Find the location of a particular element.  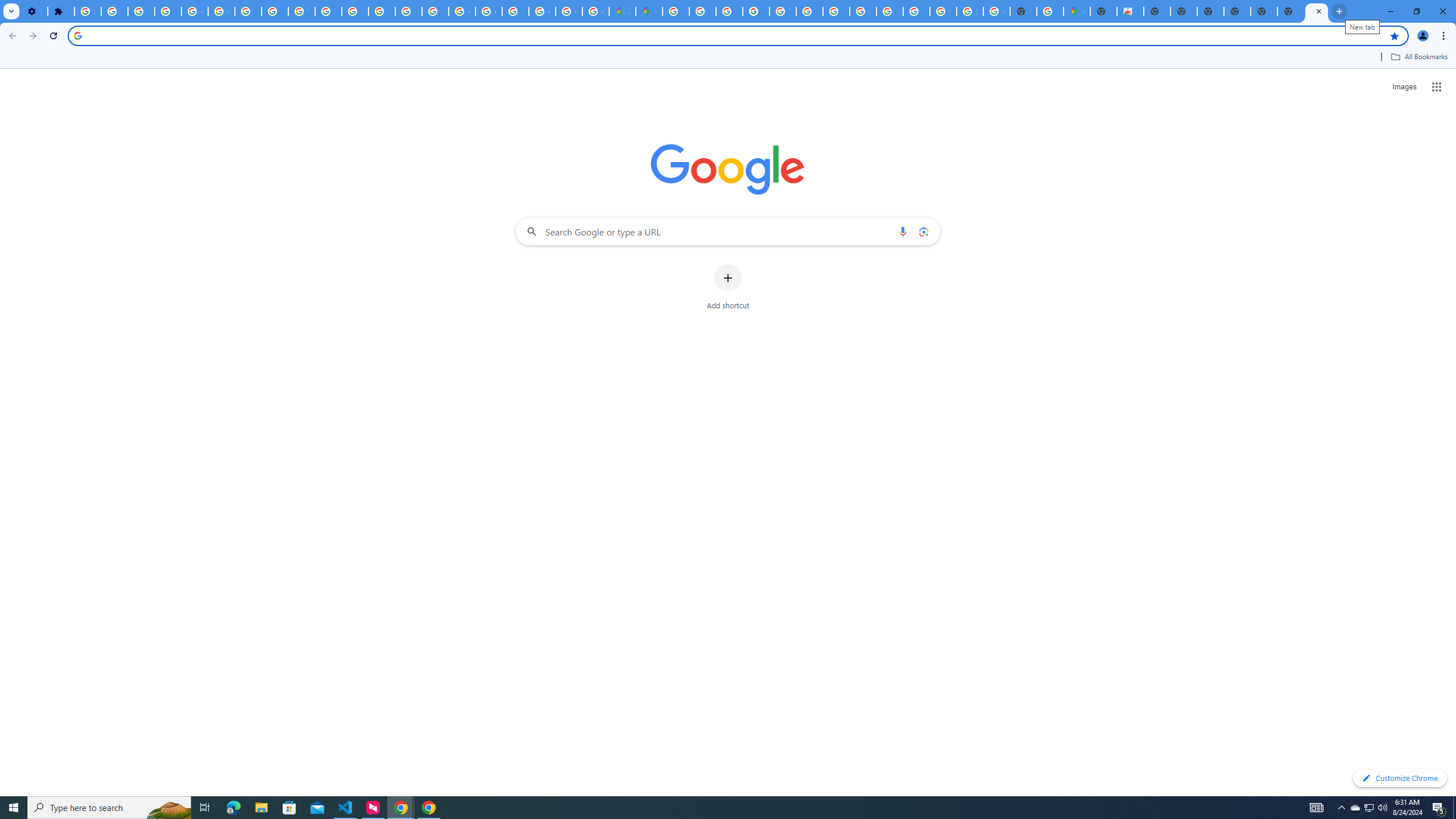

'Delete photos & videos - Computer - Google Photos Help' is located at coordinates (113, 11).